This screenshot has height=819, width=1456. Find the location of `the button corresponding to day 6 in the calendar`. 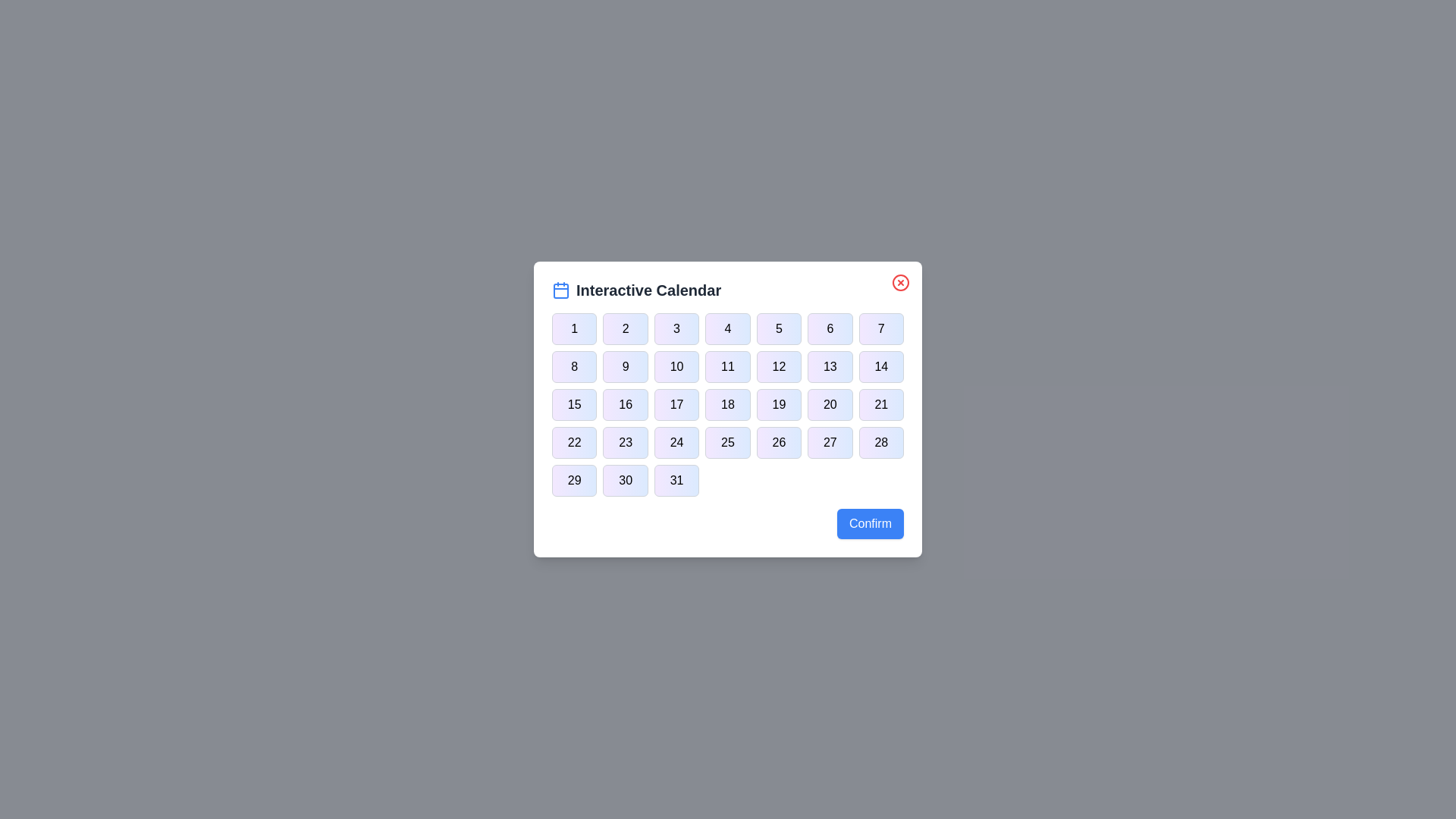

the button corresponding to day 6 in the calendar is located at coordinates (829, 328).